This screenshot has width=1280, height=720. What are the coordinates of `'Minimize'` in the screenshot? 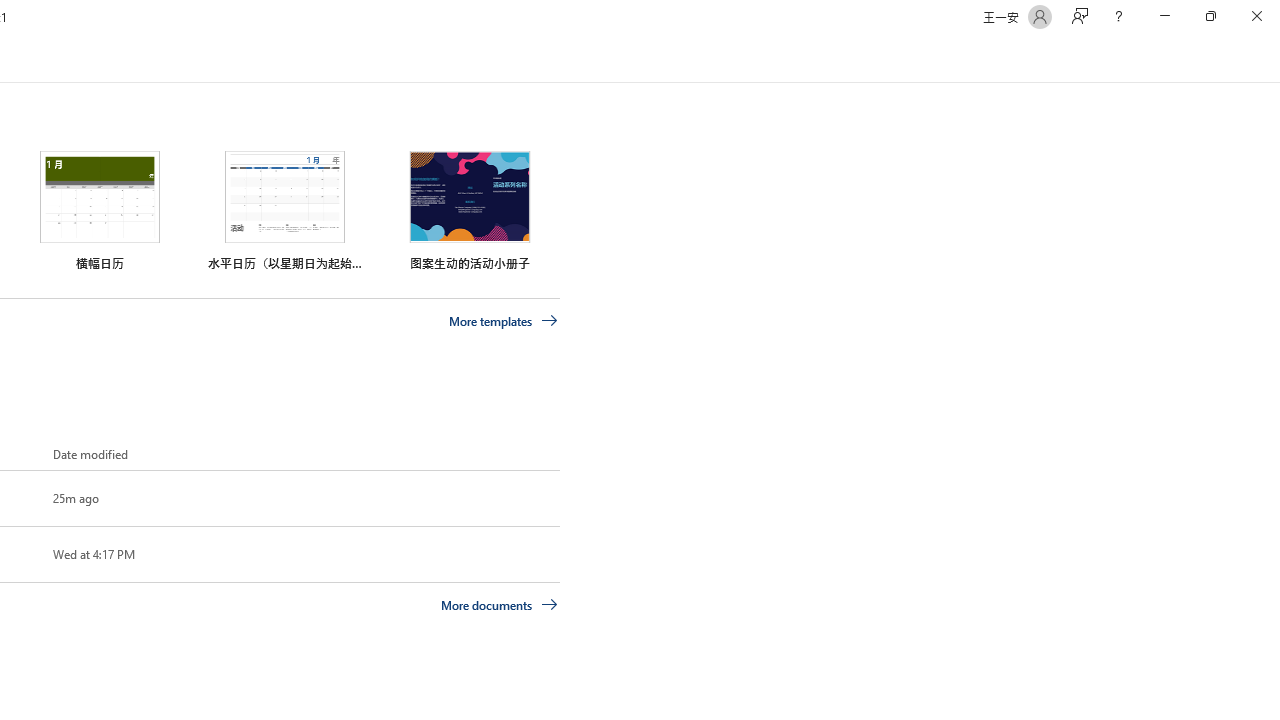 It's located at (1164, 16).